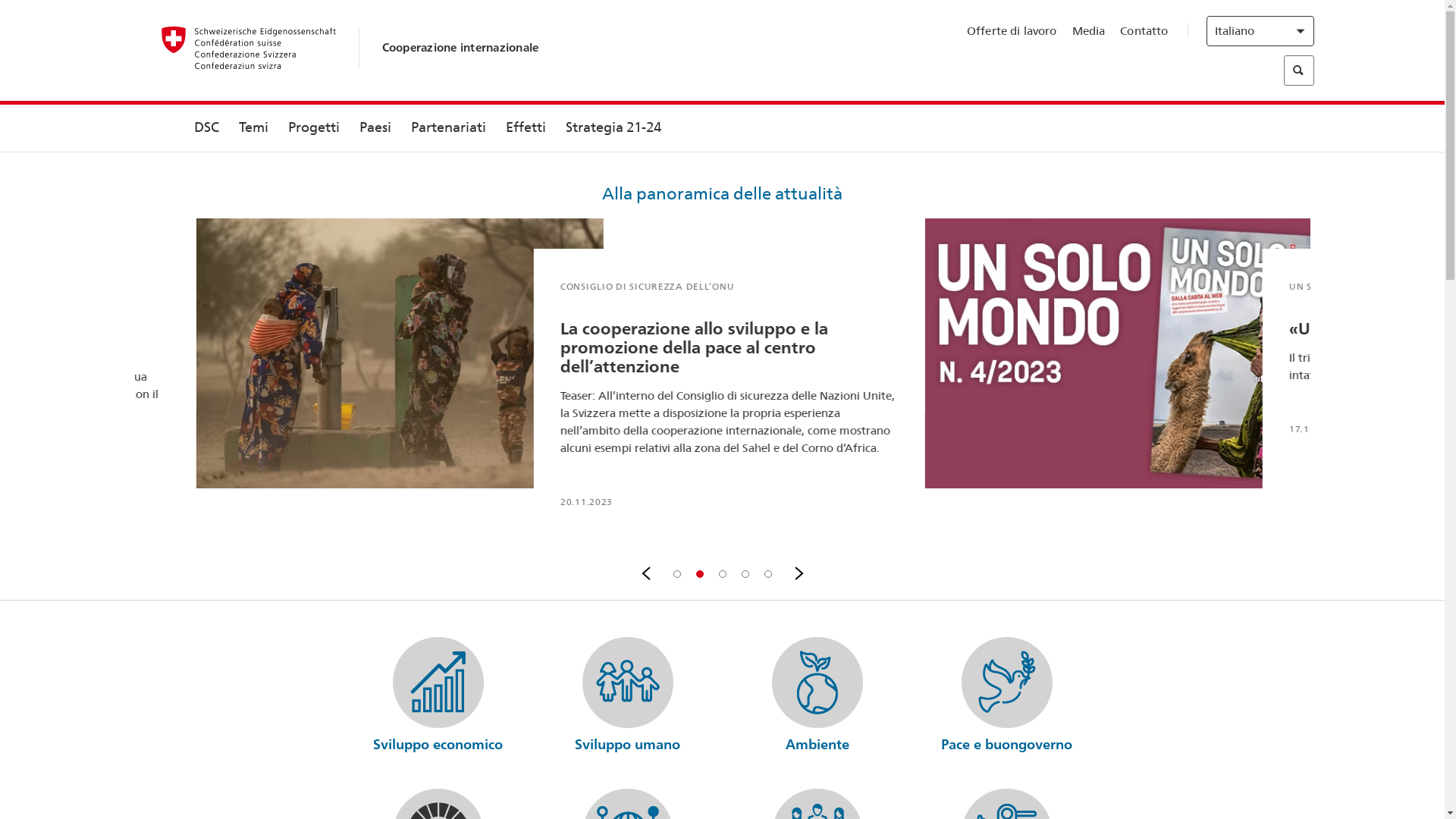  Describe the element at coordinates (526, 127) in the screenshot. I see `'Effetti'` at that location.